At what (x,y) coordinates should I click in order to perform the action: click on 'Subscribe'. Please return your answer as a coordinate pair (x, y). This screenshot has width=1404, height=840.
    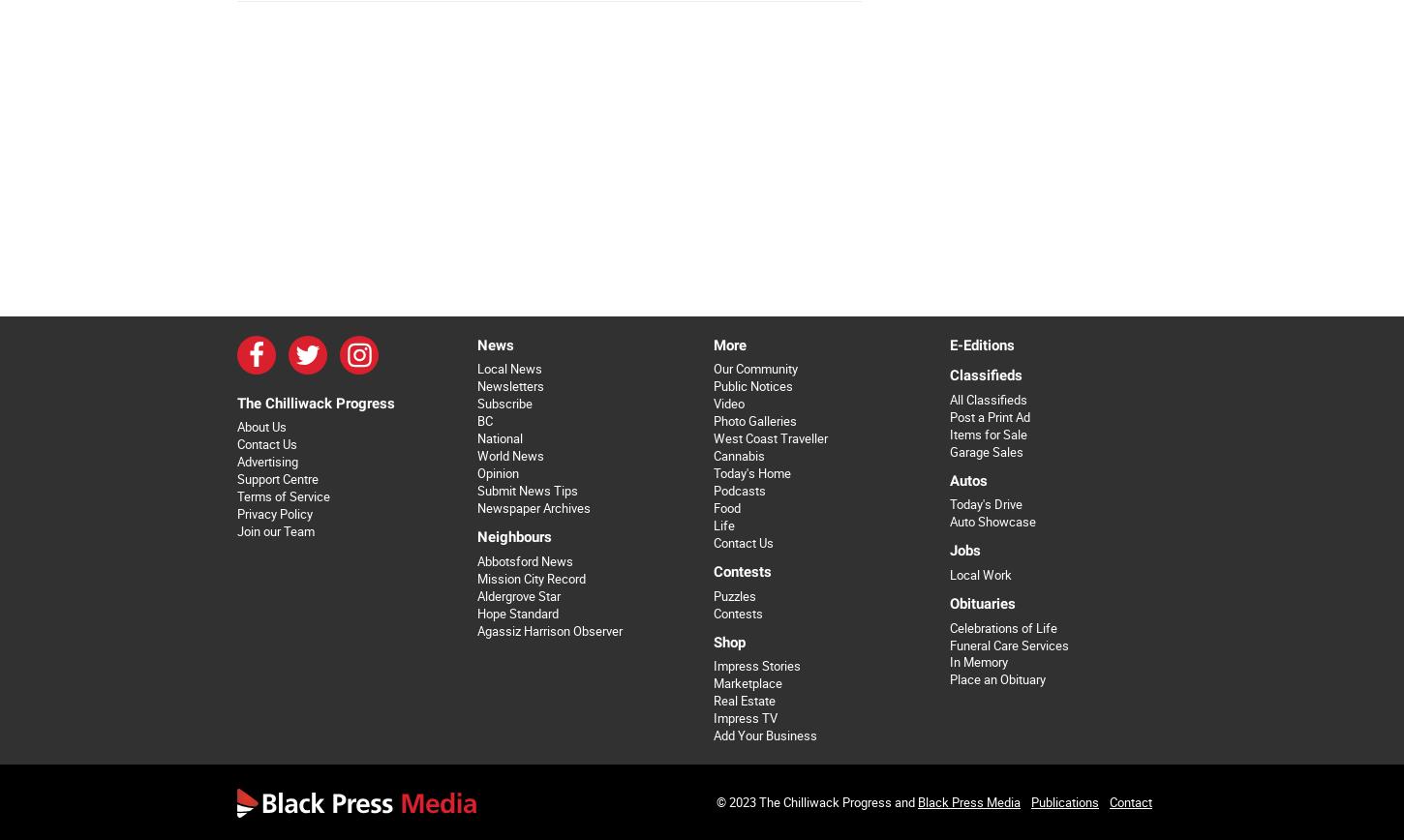
    Looking at the image, I should click on (475, 404).